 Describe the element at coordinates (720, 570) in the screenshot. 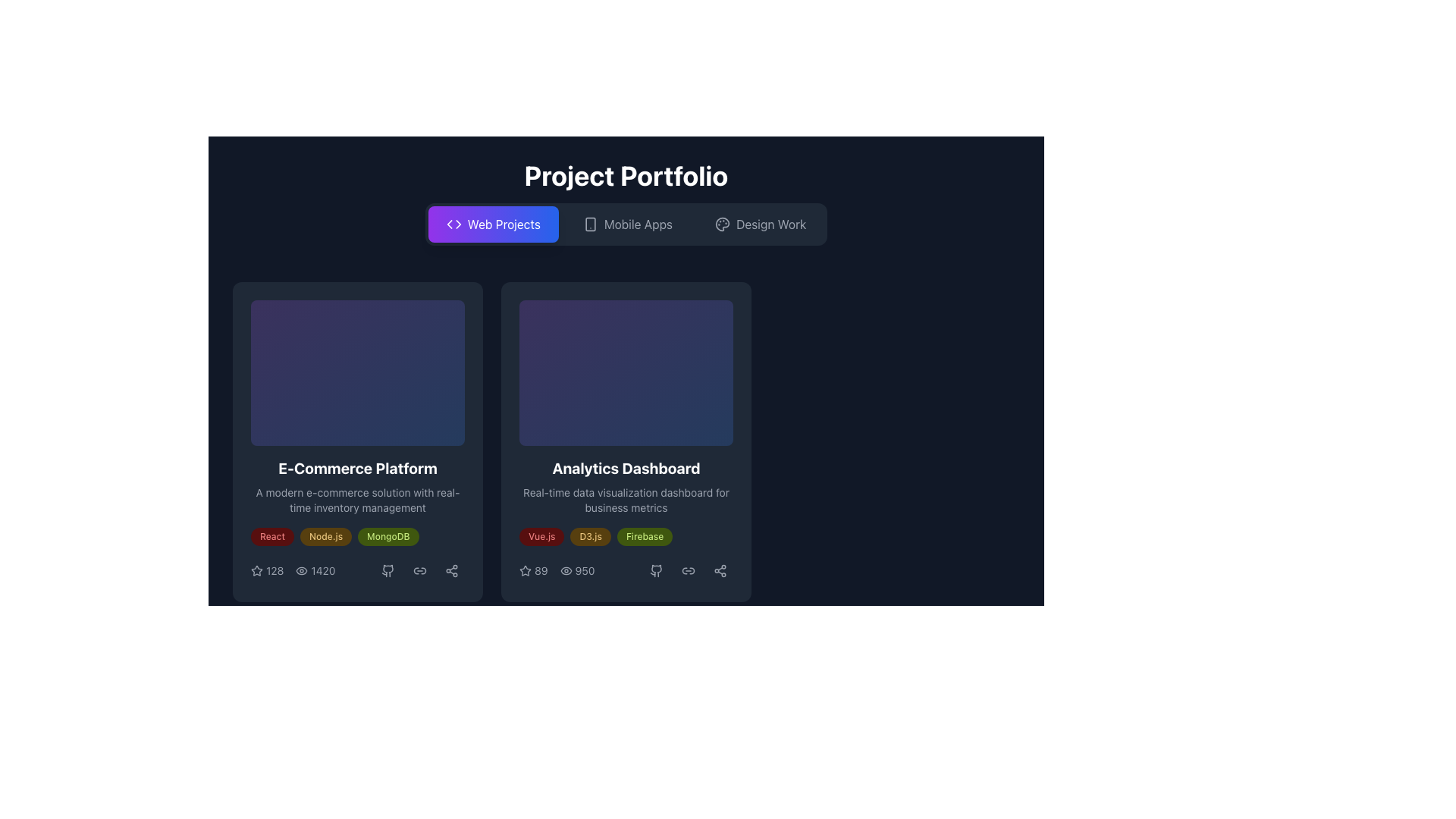

I see `the stylized share or connection symbol icon located in the bottom-right corner of the 'Analytics Dashboard' card` at that location.